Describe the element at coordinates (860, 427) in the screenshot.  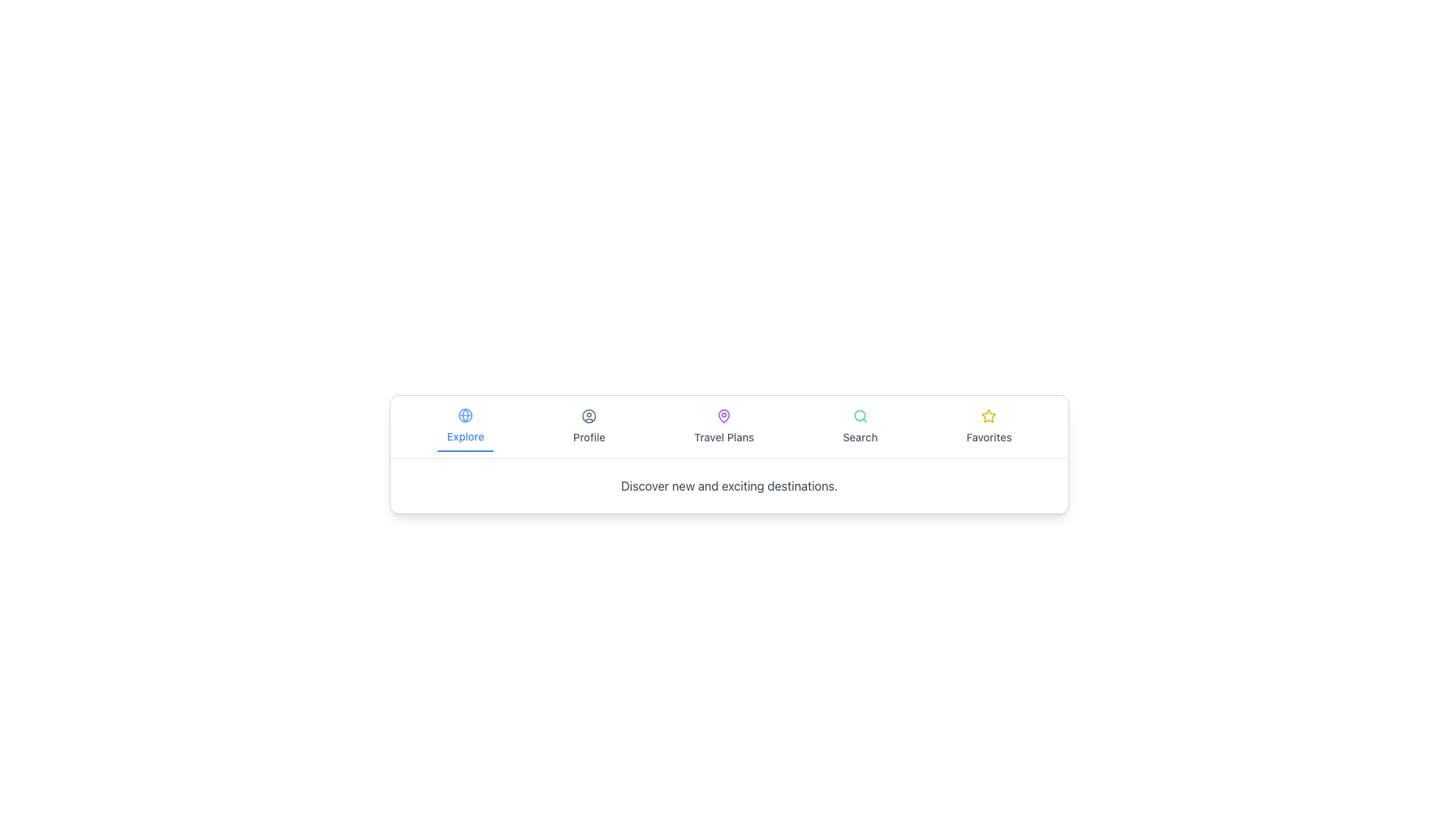
I see `the 'Search' button in the horizontal menu bar` at that location.